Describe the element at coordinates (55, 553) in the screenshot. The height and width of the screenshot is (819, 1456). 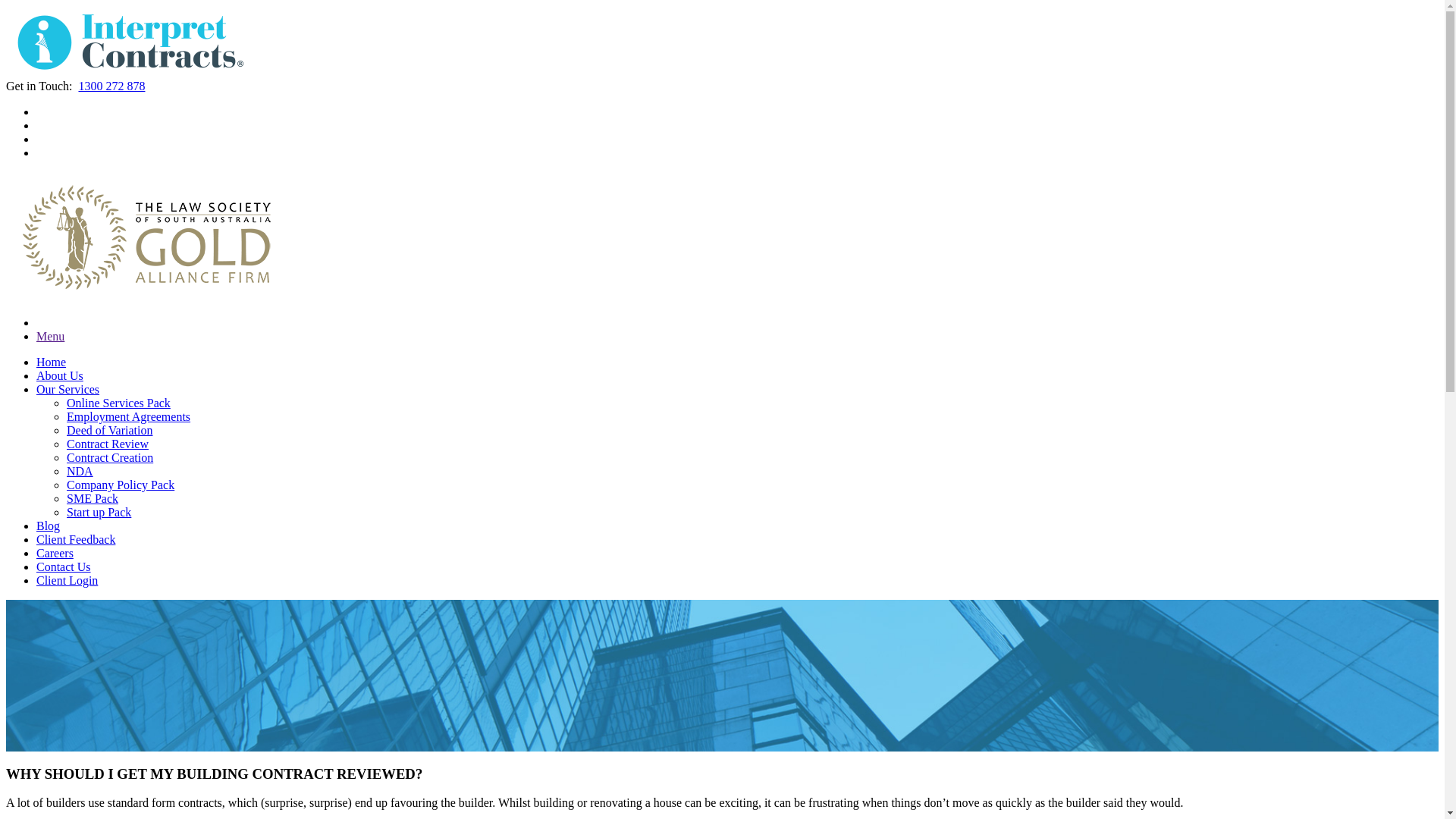
I see `'Careers'` at that location.